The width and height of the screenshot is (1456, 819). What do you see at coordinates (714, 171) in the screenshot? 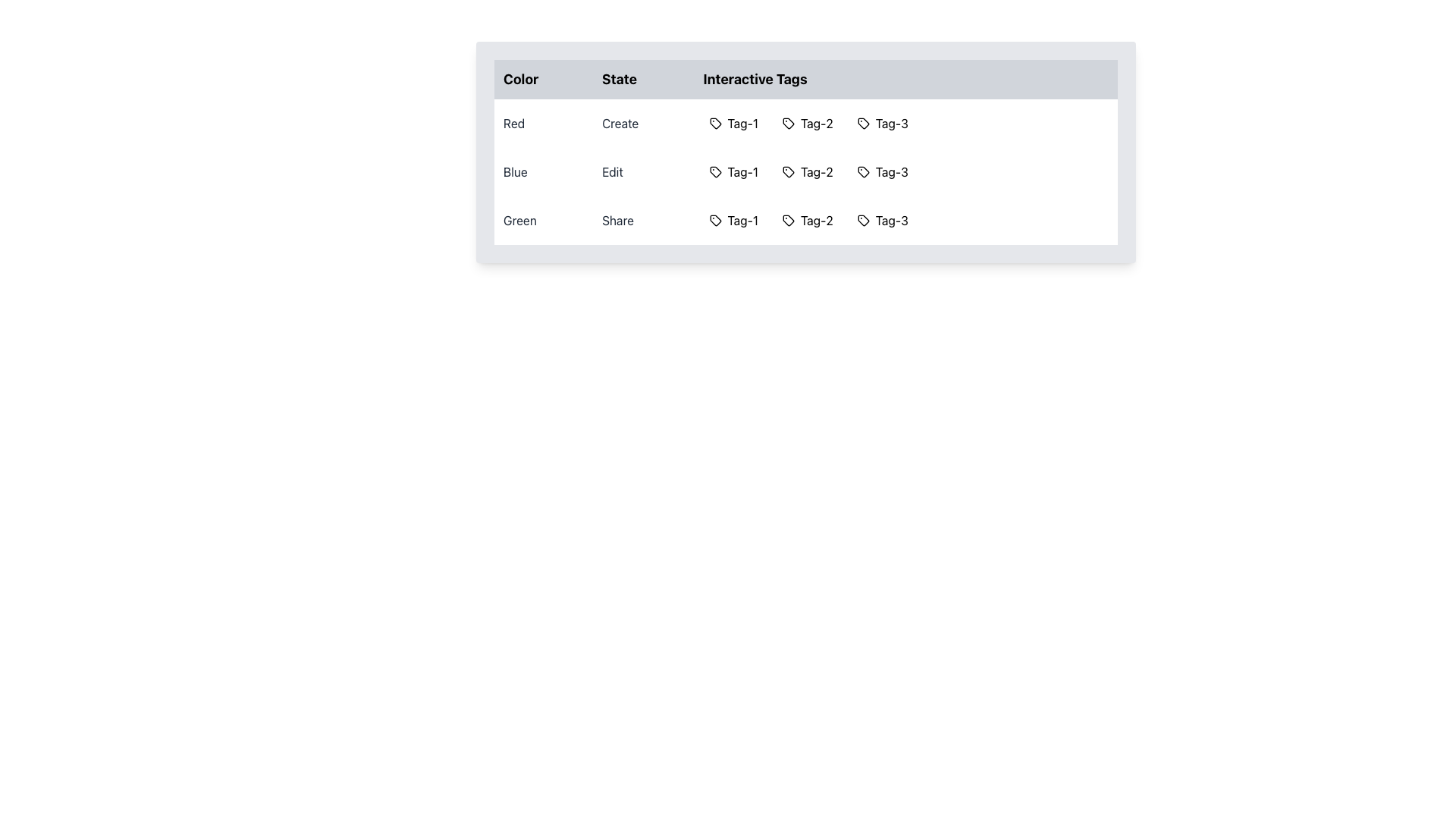
I see `the first tag icon under the 'Interactive Tags' column in the second row of the table, which is associated with the 'Edit' action` at bounding box center [714, 171].